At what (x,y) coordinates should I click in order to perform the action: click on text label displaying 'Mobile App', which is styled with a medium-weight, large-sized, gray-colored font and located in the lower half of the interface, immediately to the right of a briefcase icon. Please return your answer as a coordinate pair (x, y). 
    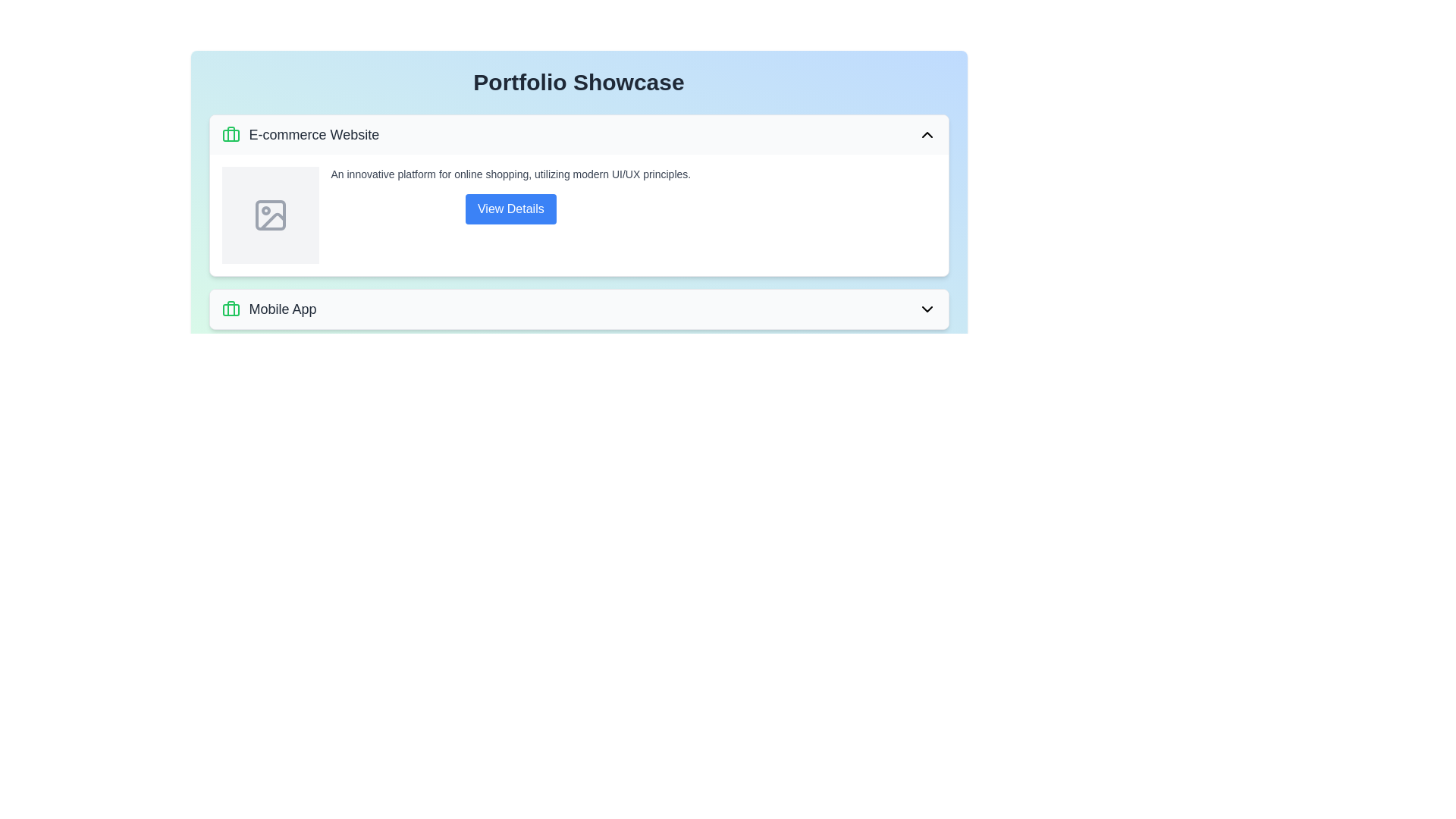
    Looking at the image, I should click on (283, 309).